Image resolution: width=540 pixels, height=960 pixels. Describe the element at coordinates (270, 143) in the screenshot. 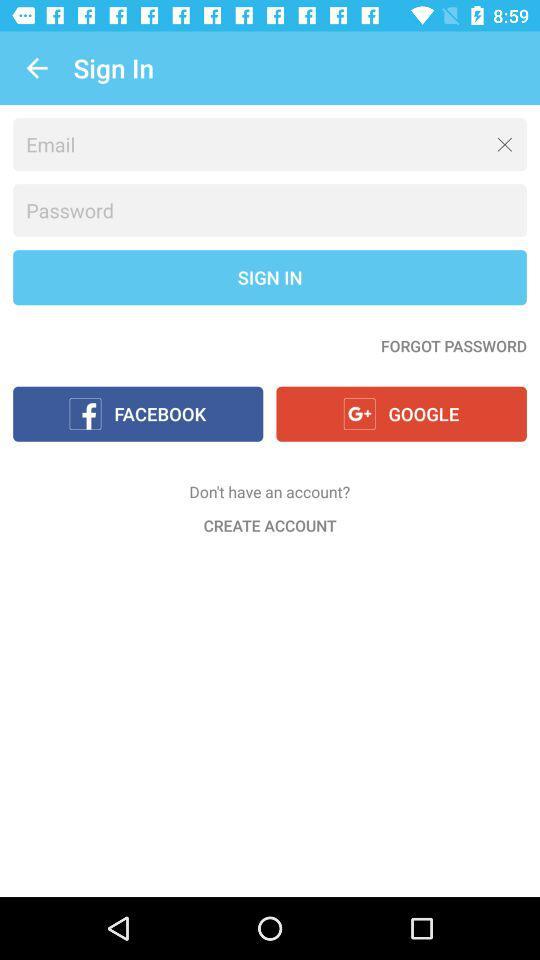

I see `email box` at that location.